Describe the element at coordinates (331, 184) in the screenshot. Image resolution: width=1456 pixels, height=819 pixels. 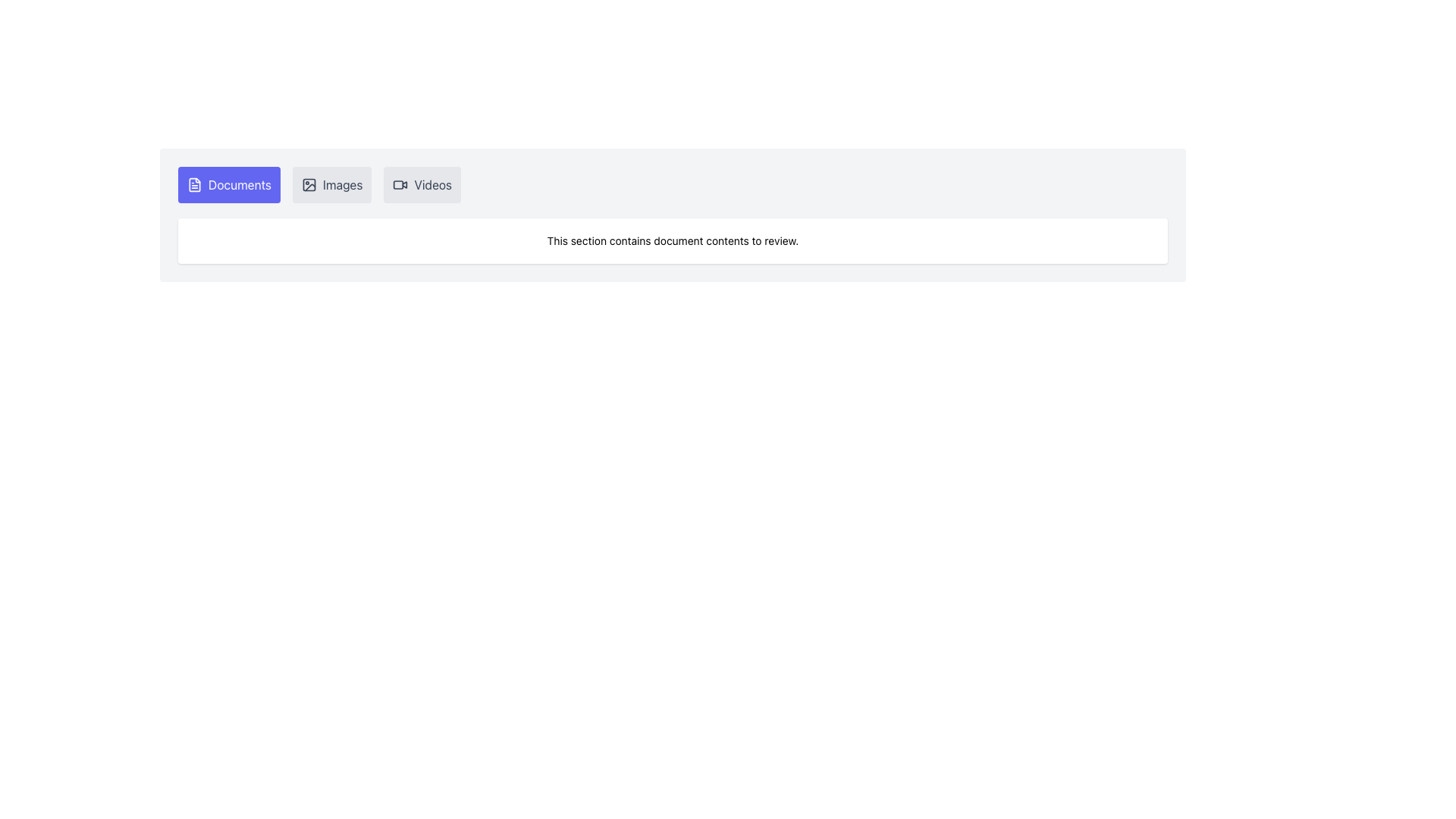
I see `the 'Images' button, which is a rectangular button with a light gray background, rounded corners, an icon resembling a picture frame on the left, and the text 'Images' centered vertically within the button` at that location.